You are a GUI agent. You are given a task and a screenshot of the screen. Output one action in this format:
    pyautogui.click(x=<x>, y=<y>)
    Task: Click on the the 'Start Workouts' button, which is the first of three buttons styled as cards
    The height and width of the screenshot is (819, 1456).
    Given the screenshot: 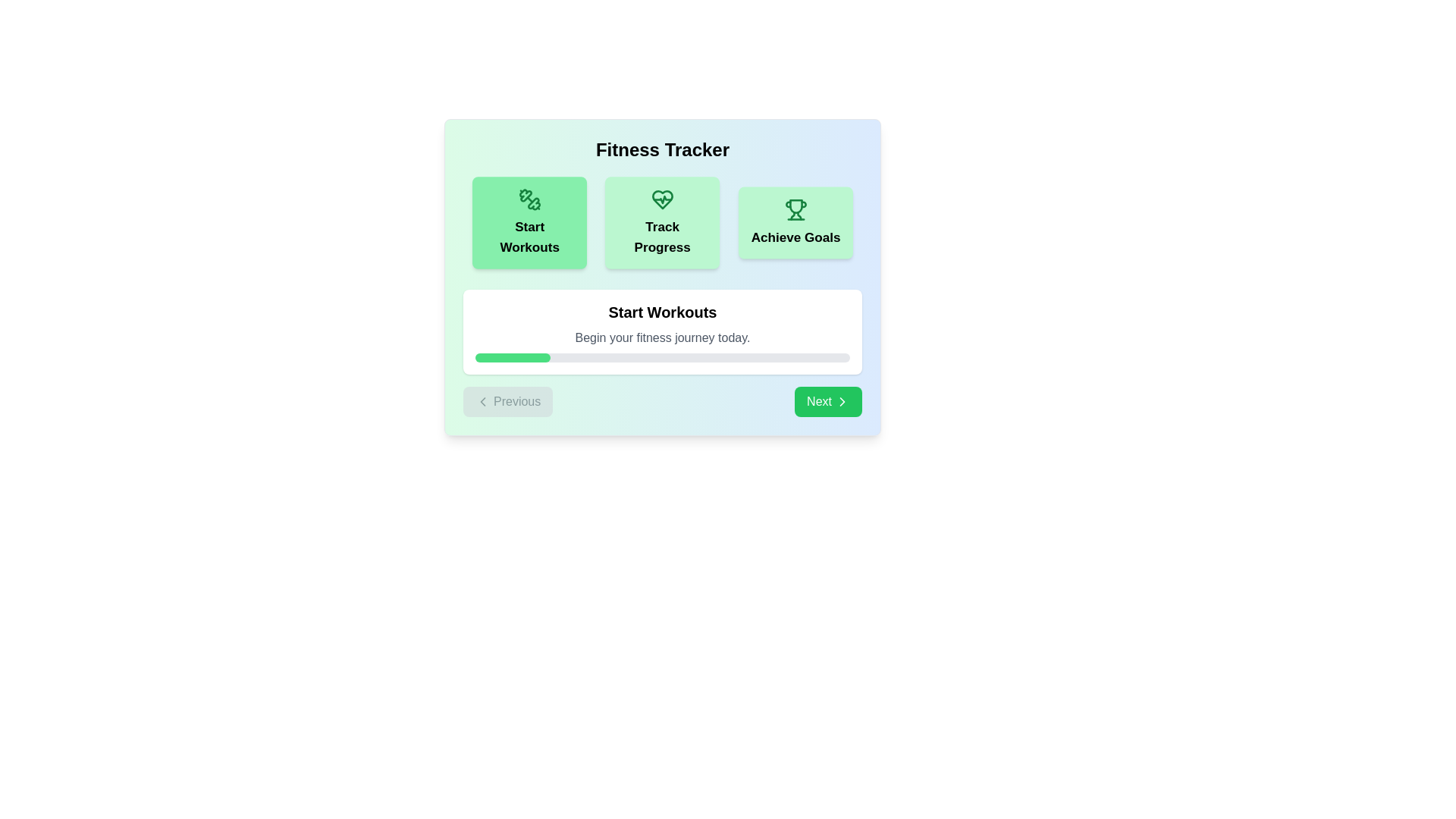 What is the action you would take?
    pyautogui.click(x=529, y=222)
    